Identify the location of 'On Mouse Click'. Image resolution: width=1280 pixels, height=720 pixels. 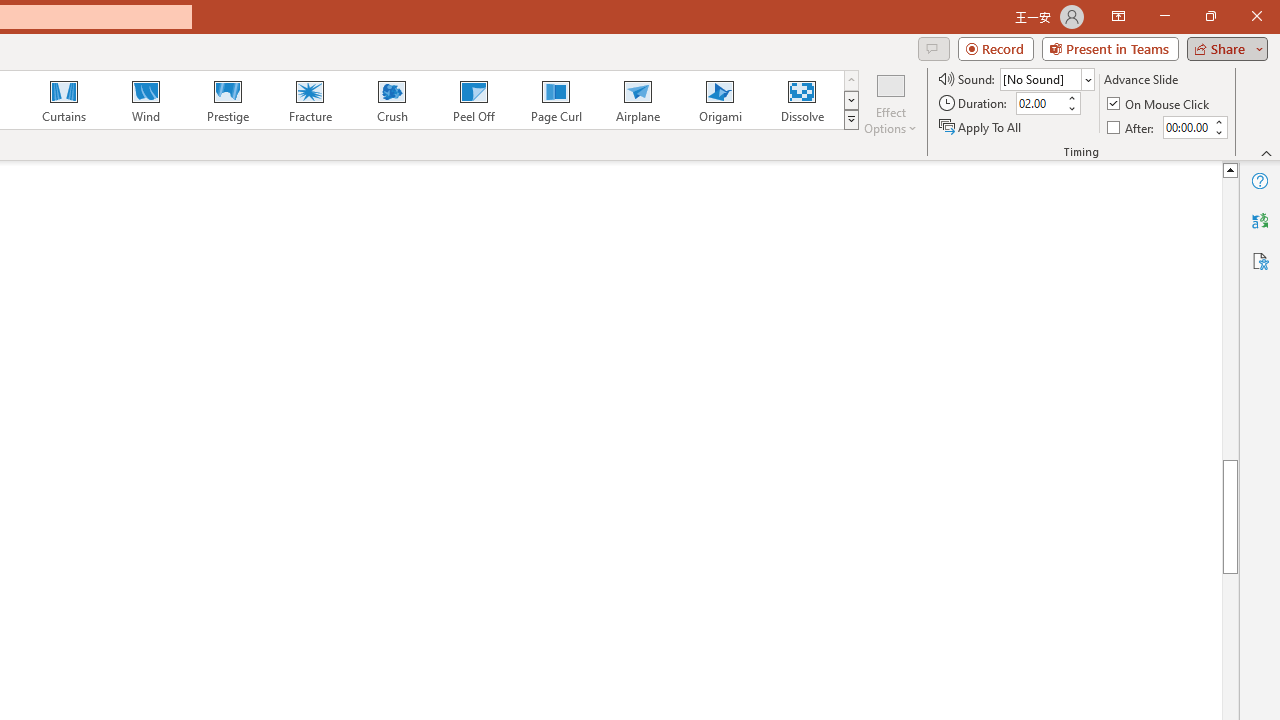
(1159, 103).